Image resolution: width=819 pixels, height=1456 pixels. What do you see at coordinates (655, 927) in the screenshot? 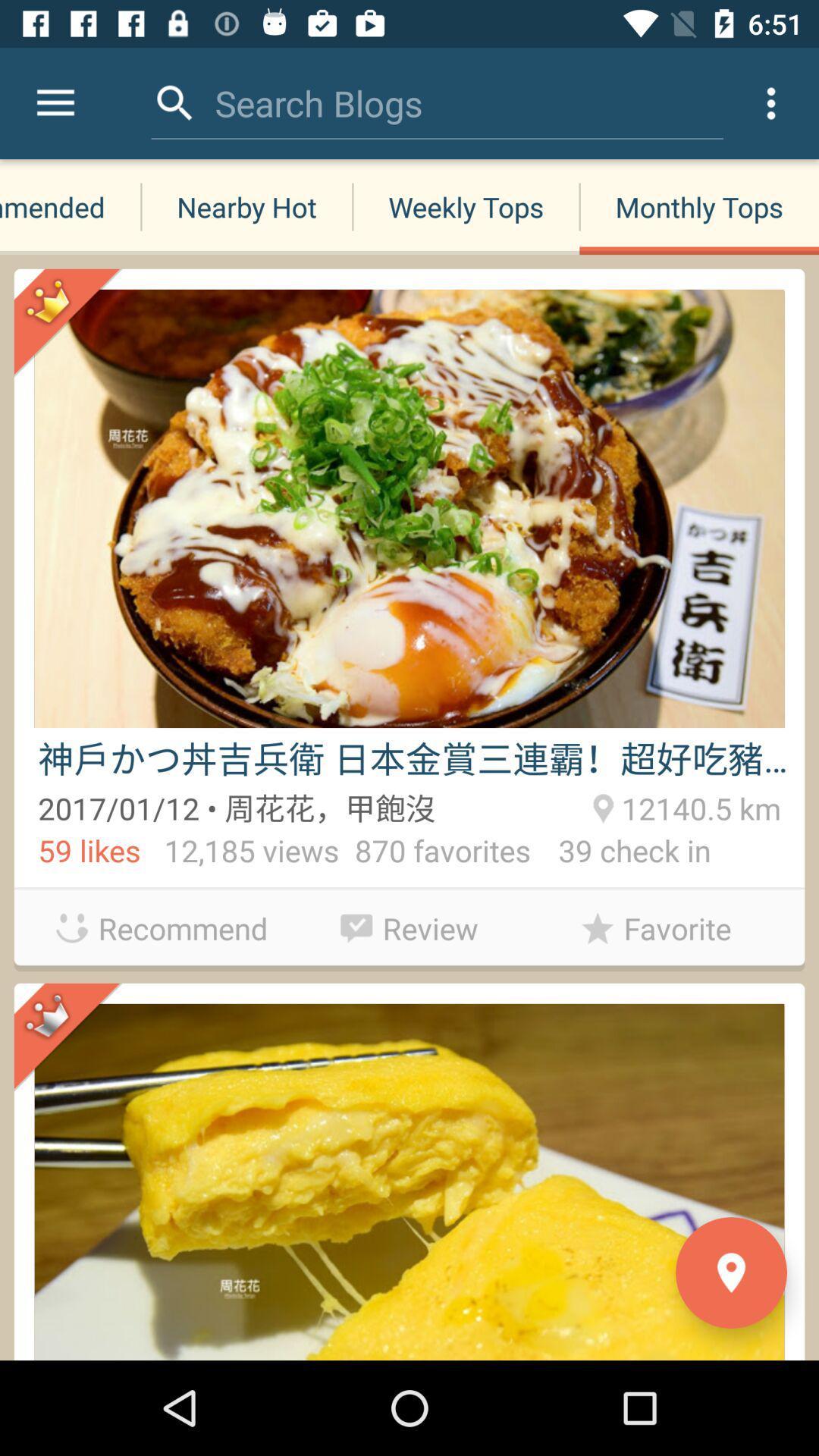
I see `the favorite icon` at bounding box center [655, 927].